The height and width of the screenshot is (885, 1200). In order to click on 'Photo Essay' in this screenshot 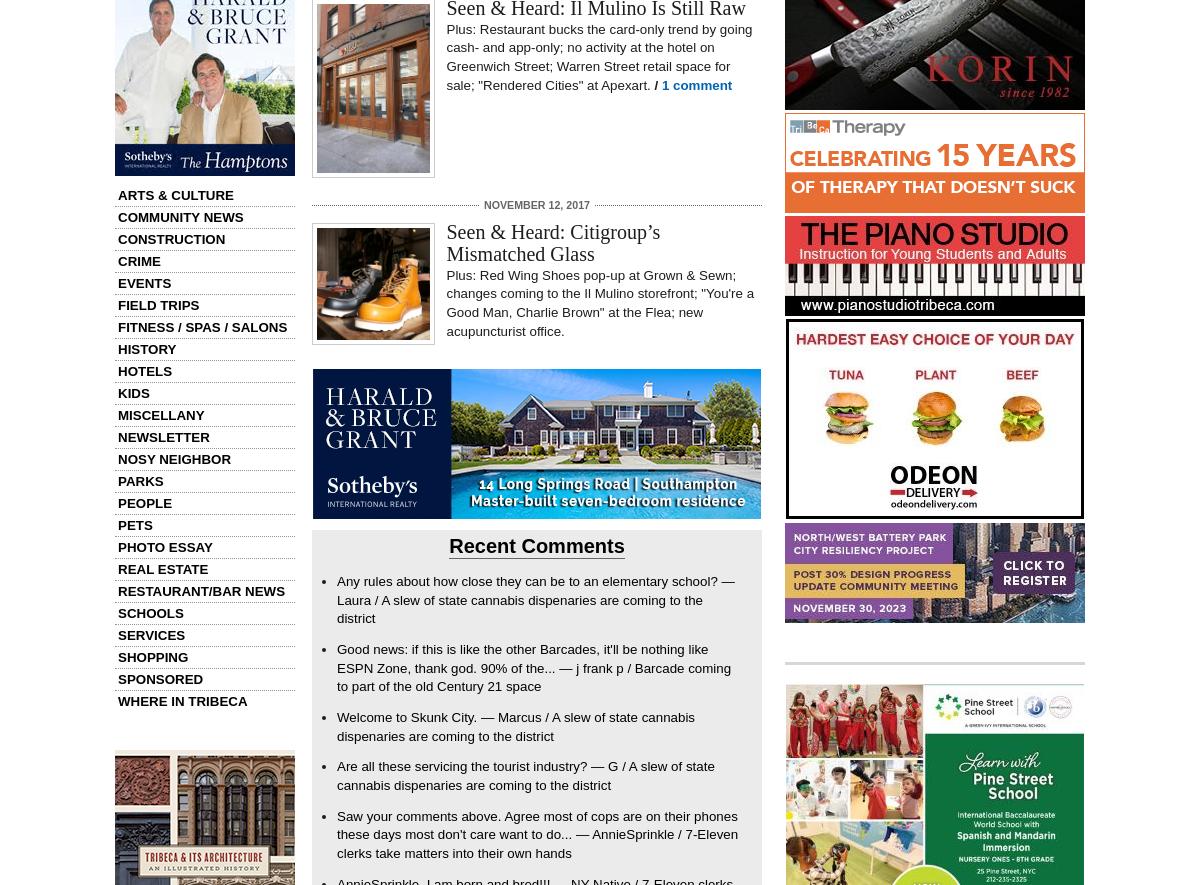, I will do `click(164, 546)`.